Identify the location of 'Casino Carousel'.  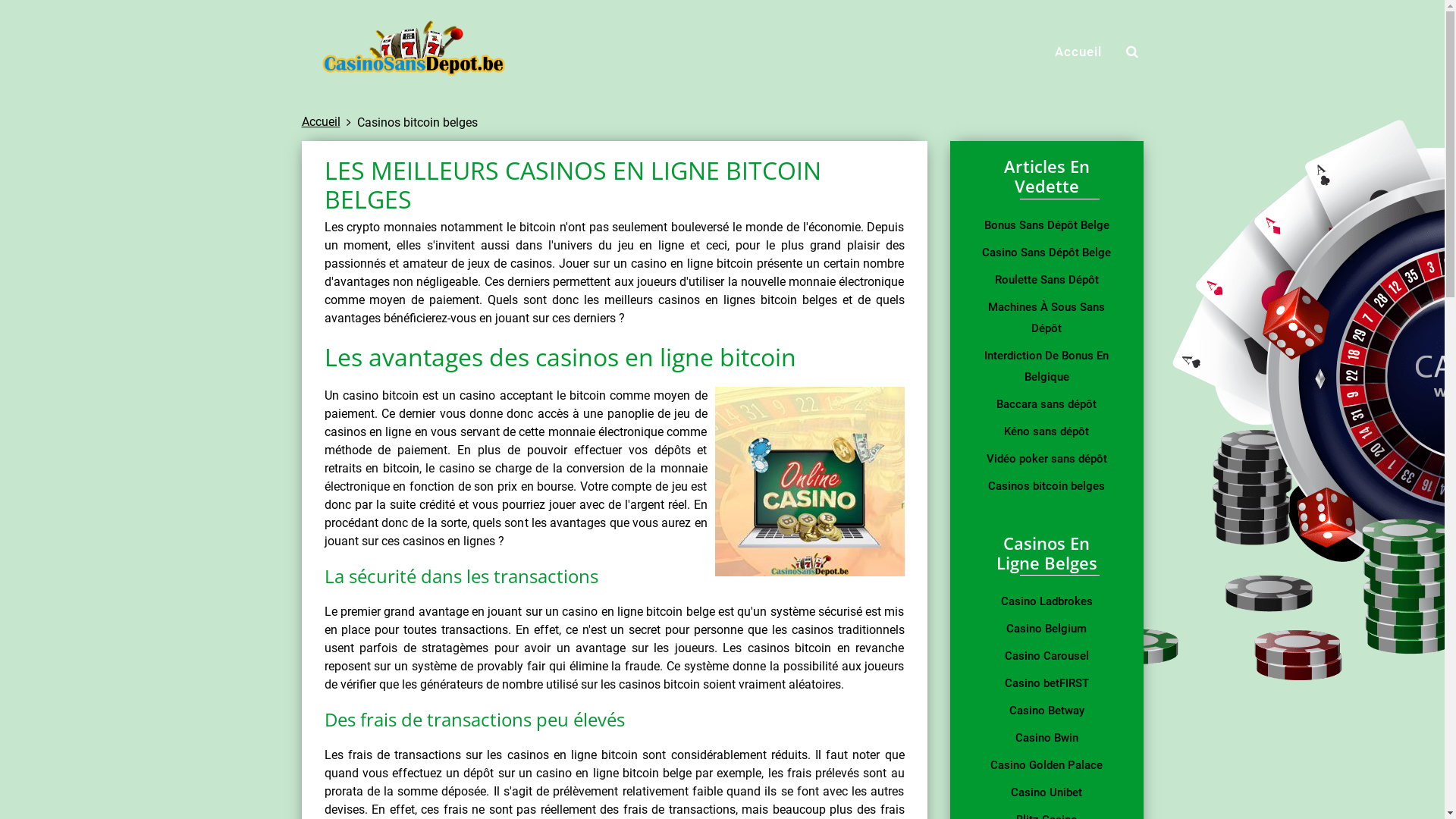
(1045, 654).